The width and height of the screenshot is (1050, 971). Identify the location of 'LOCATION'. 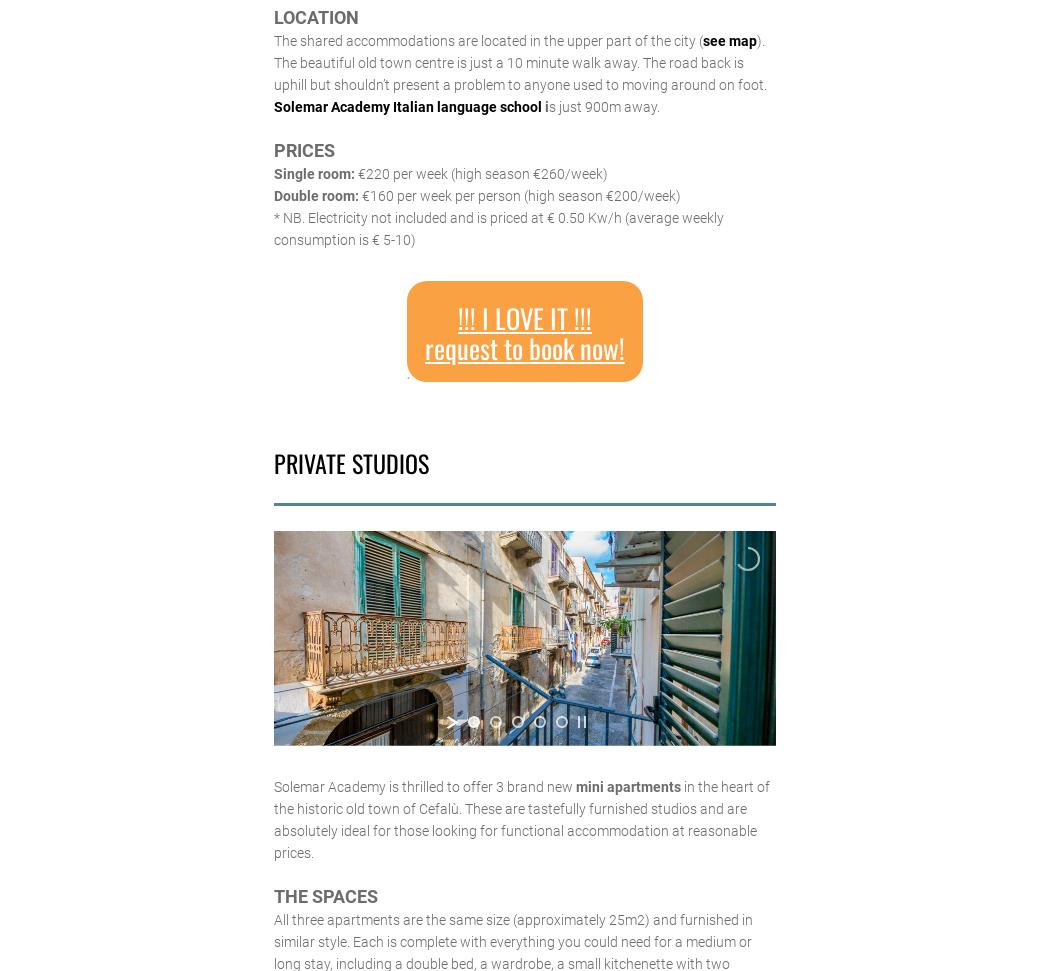
(315, 16).